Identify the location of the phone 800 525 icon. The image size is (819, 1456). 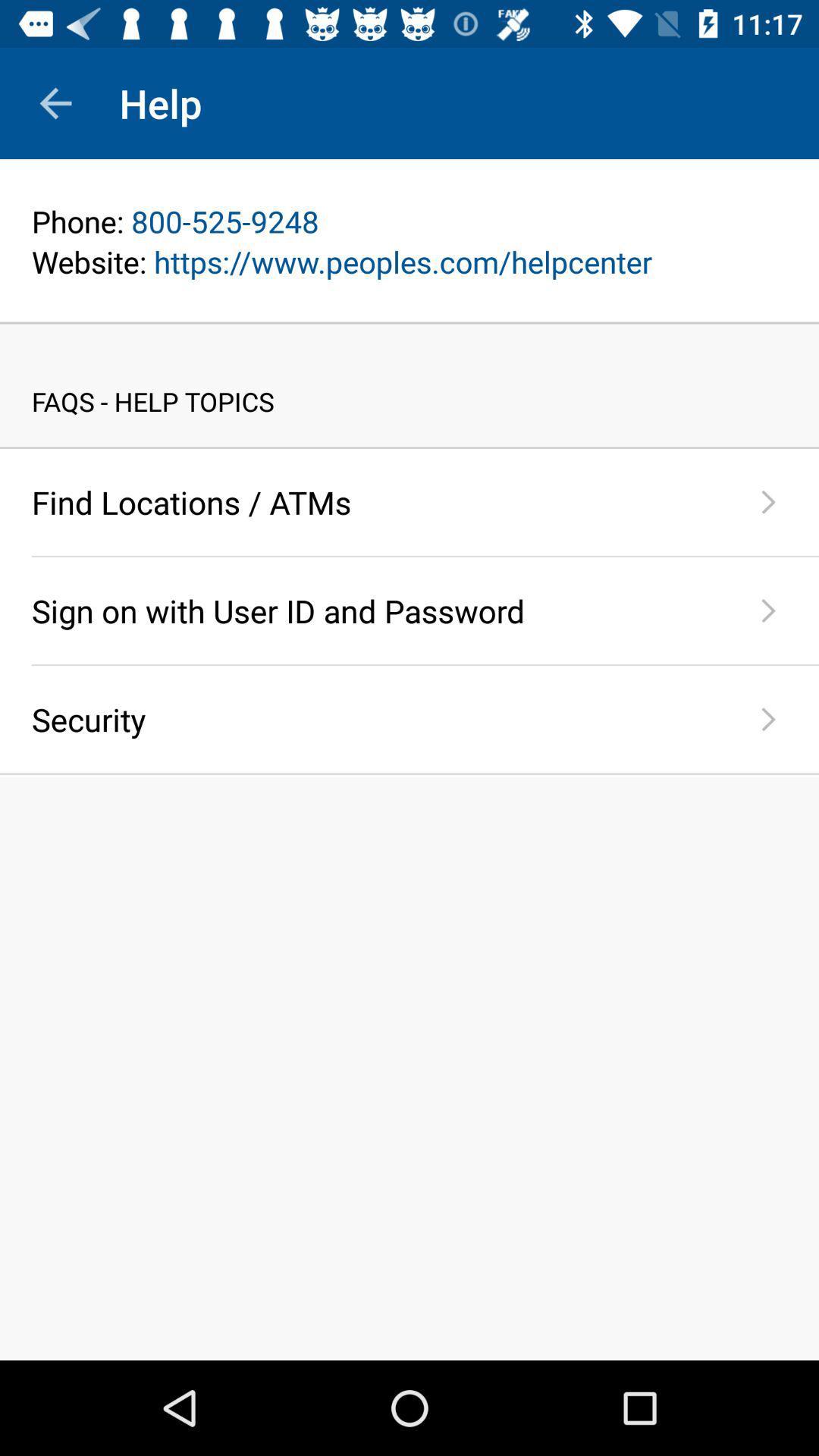
(409, 221).